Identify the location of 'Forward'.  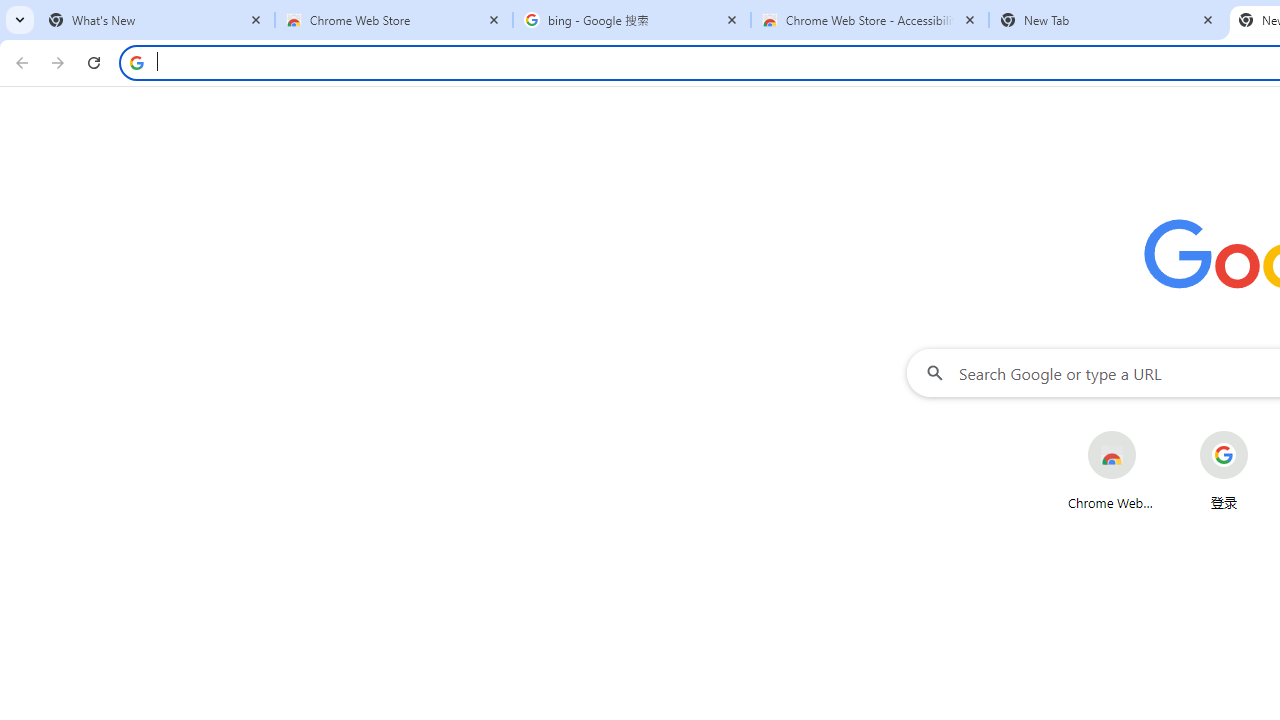
(58, 61).